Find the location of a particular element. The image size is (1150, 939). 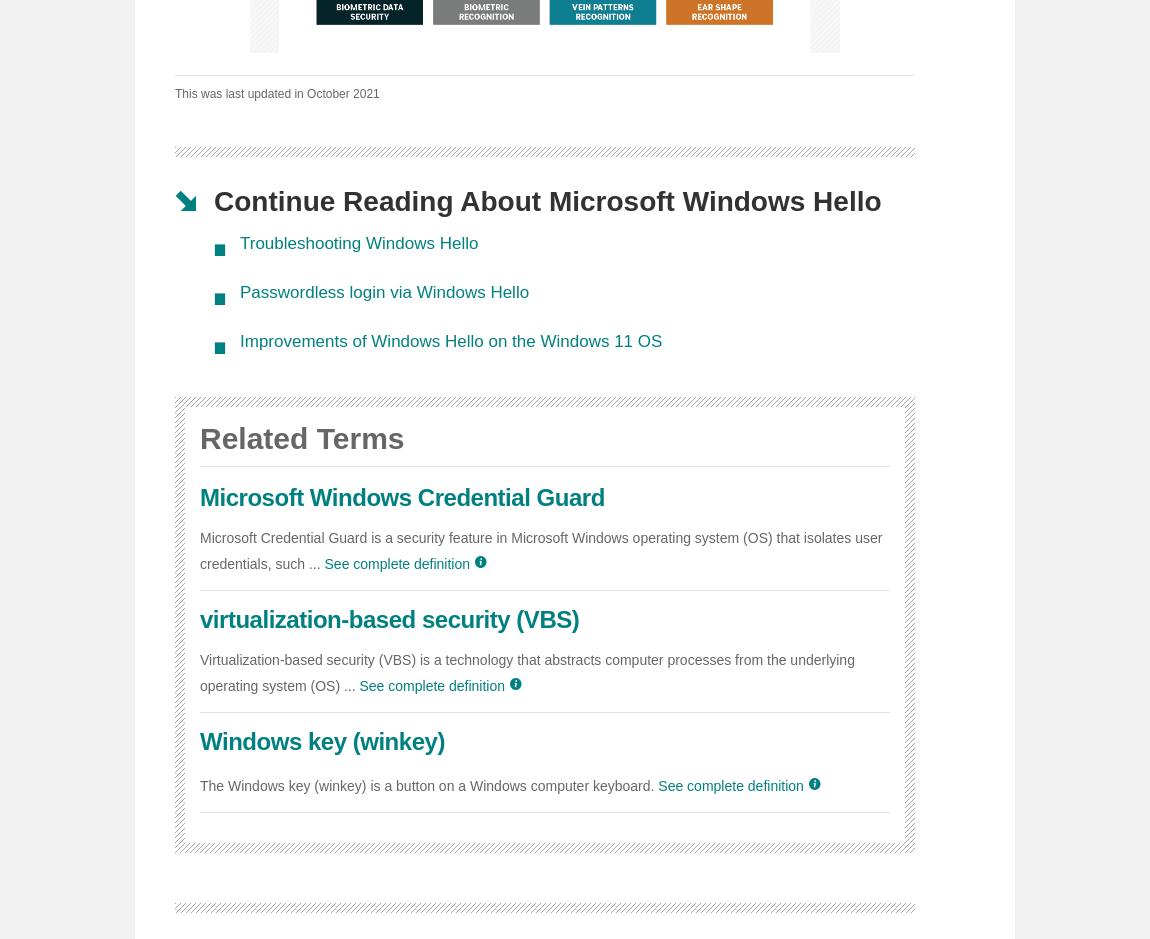

'Improvements of Windows Hello on the Windows 11 OS' is located at coordinates (451, 340).